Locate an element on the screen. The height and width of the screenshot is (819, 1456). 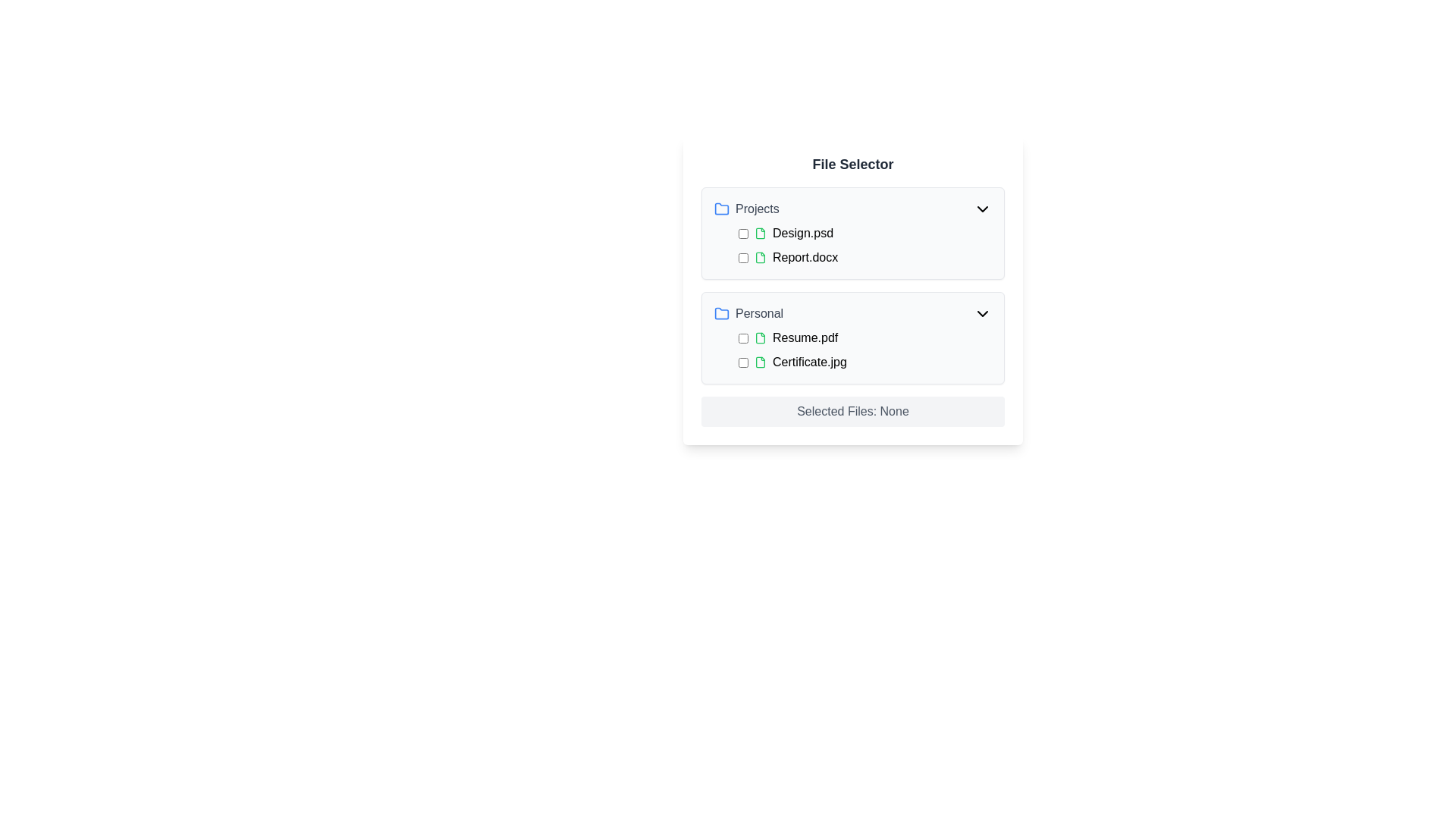
the folder icon representing the 'Projects' category in the File Selector interface, positioned to the left of the text 'Projects' is located at coordinates (720, 208).